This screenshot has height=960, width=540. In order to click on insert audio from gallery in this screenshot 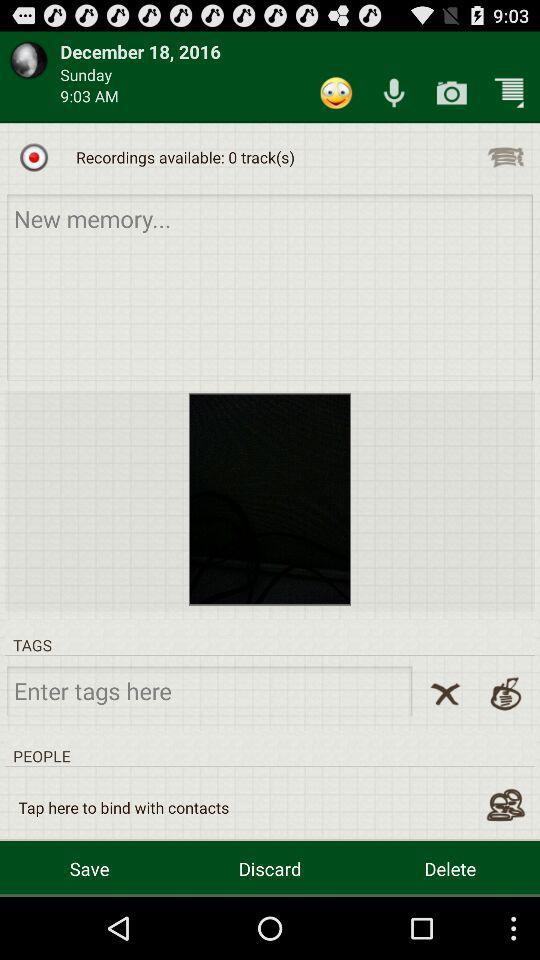, I will do `click(504, 156)`.